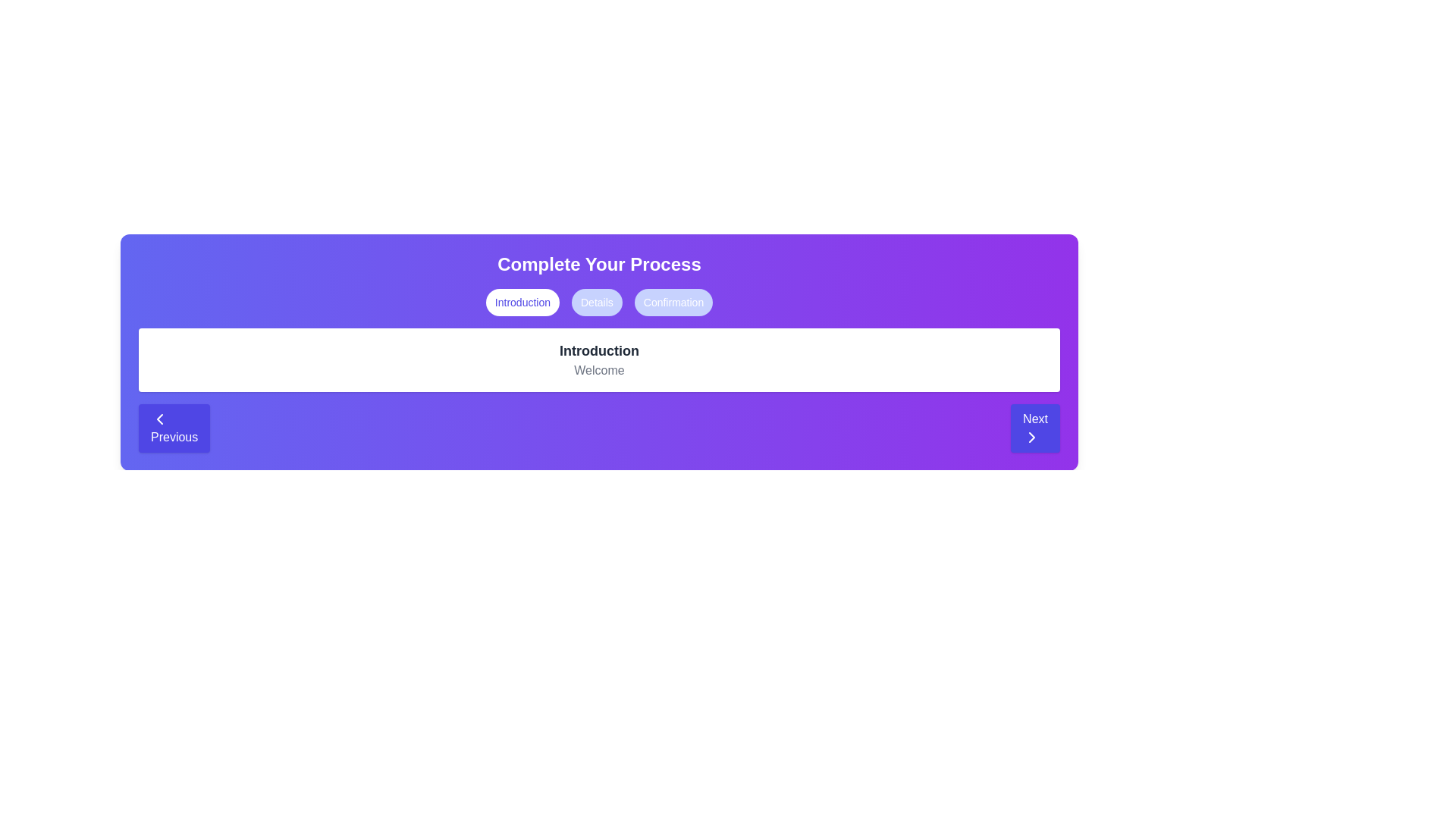 The height and width of the screenshot is (819, 1456). Describe the element at coordinates (522, 302) in the screenshot. I see `the pill-shaped button labeled 'Introduction' with a white background and indigo text` at that location.